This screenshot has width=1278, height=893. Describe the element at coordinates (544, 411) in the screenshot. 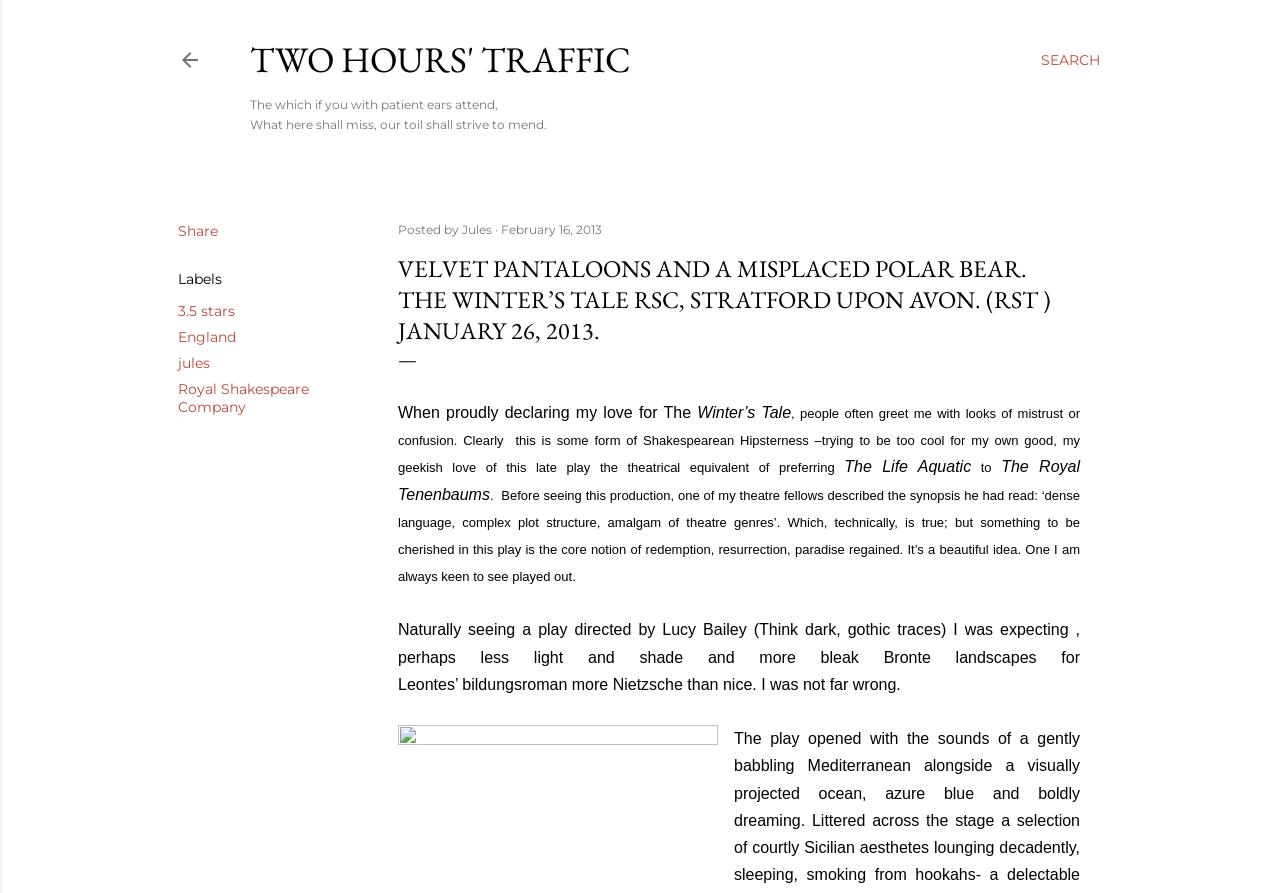

I see `'When proudly declaring my love for The'` at that location.